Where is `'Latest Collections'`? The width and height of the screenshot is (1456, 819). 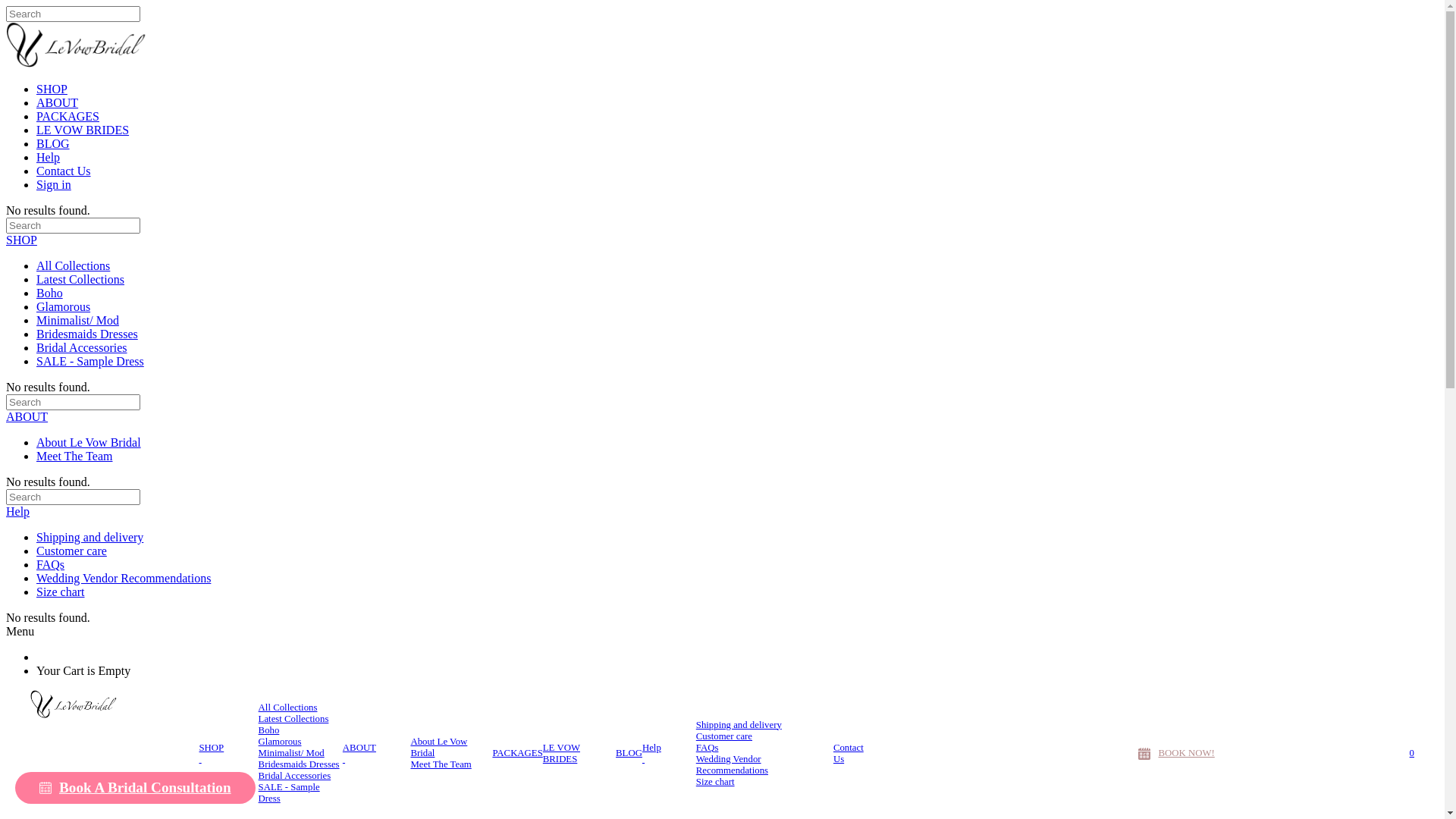 'Latest Collections' is located at coordinates (79, 279).